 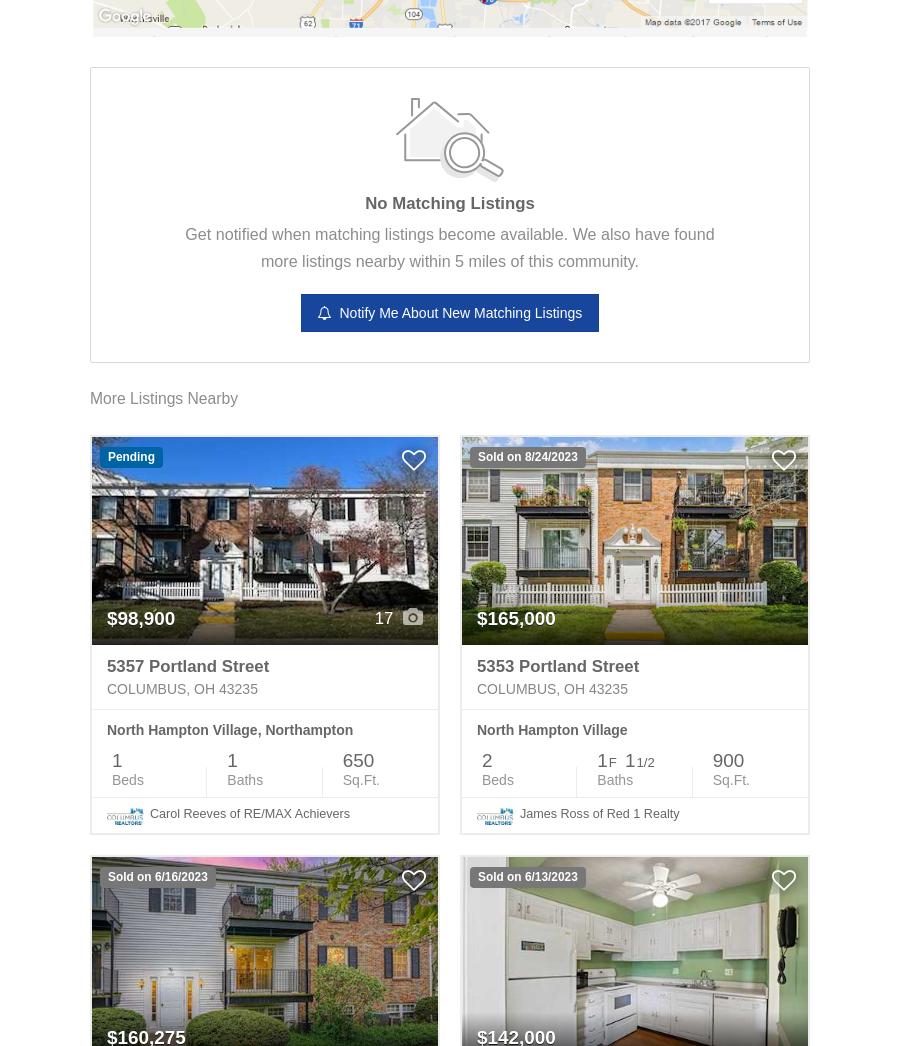 What do you see at coordinates (163, 398) in the screenshot?
I see `'More Listings Nearby'` at bounding box center [163, 398].